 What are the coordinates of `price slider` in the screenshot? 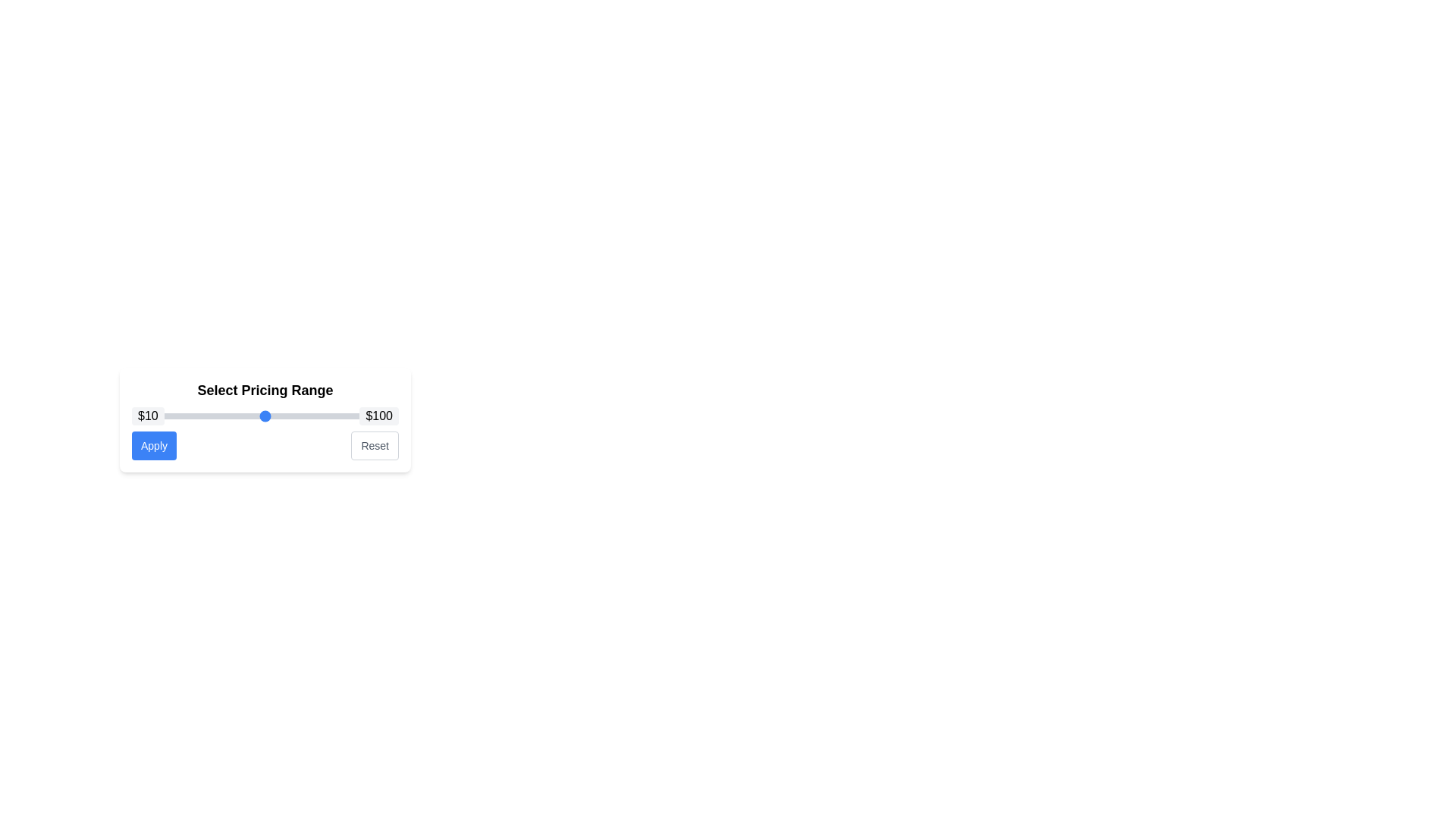 It's located at (298, 416).